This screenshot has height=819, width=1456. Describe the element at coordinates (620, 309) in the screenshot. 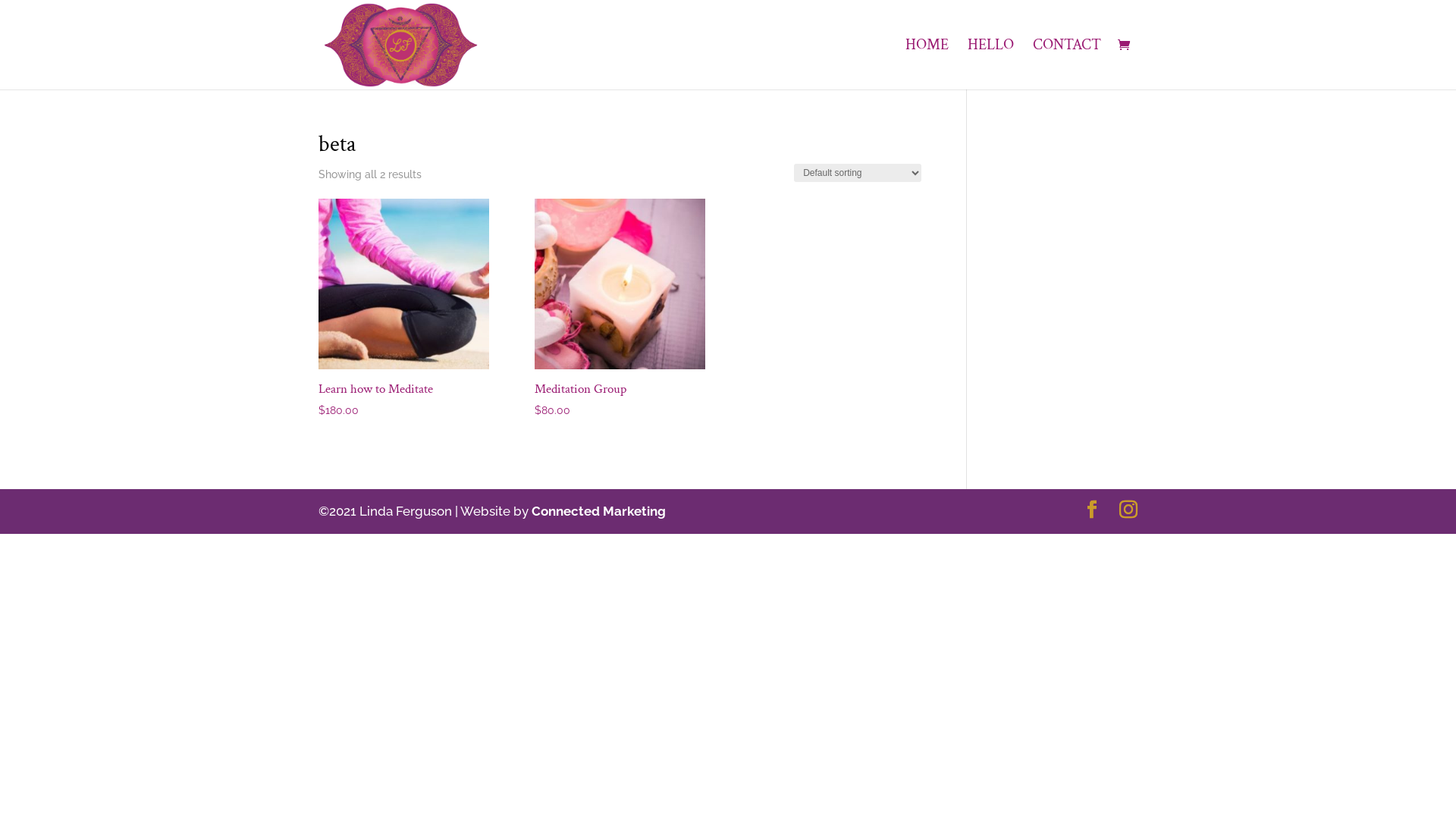

I see `'Meditation Group` at that location.